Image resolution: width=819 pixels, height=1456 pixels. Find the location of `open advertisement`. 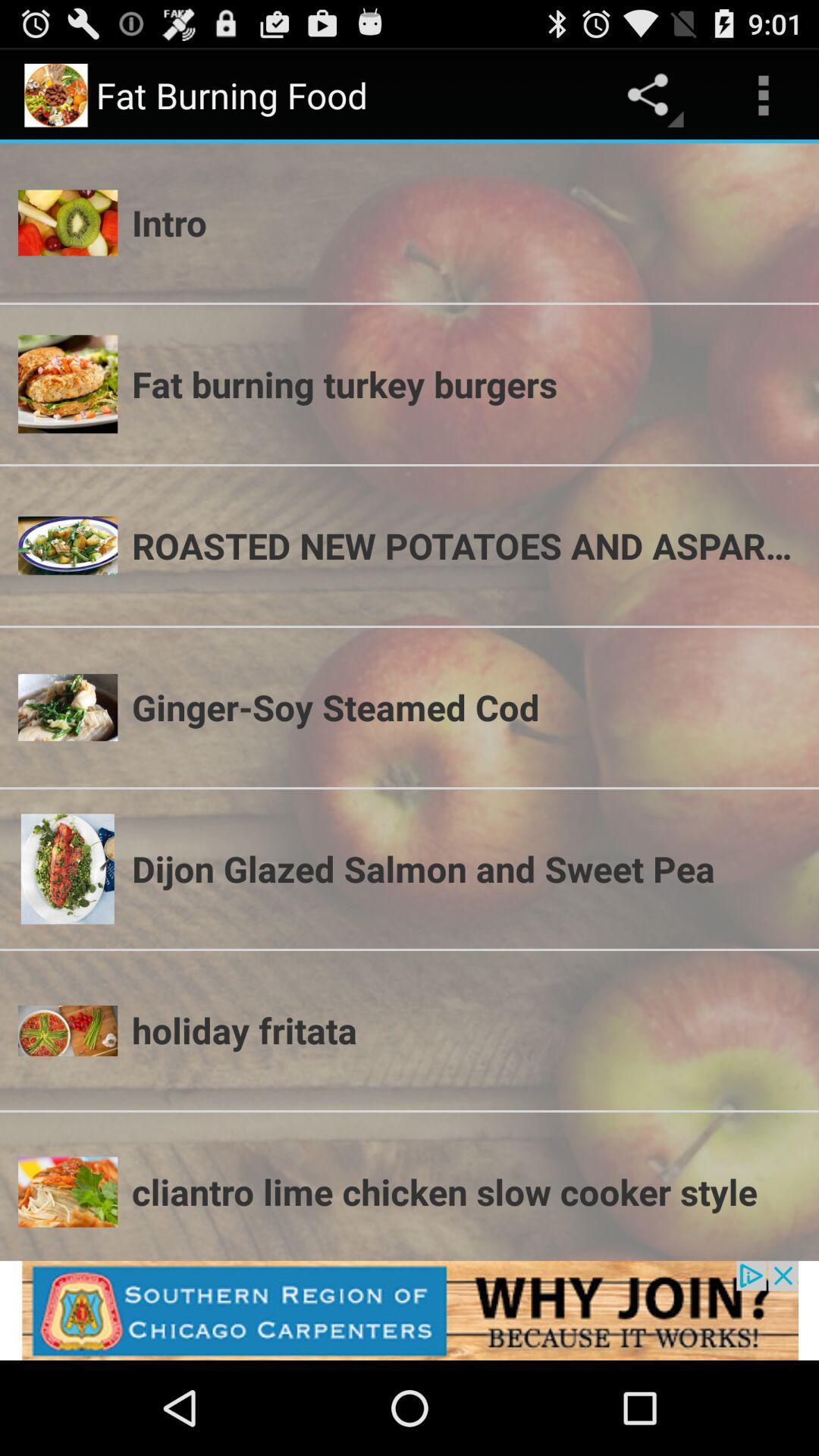

open advertisement is located at coordinates (409, 1310).